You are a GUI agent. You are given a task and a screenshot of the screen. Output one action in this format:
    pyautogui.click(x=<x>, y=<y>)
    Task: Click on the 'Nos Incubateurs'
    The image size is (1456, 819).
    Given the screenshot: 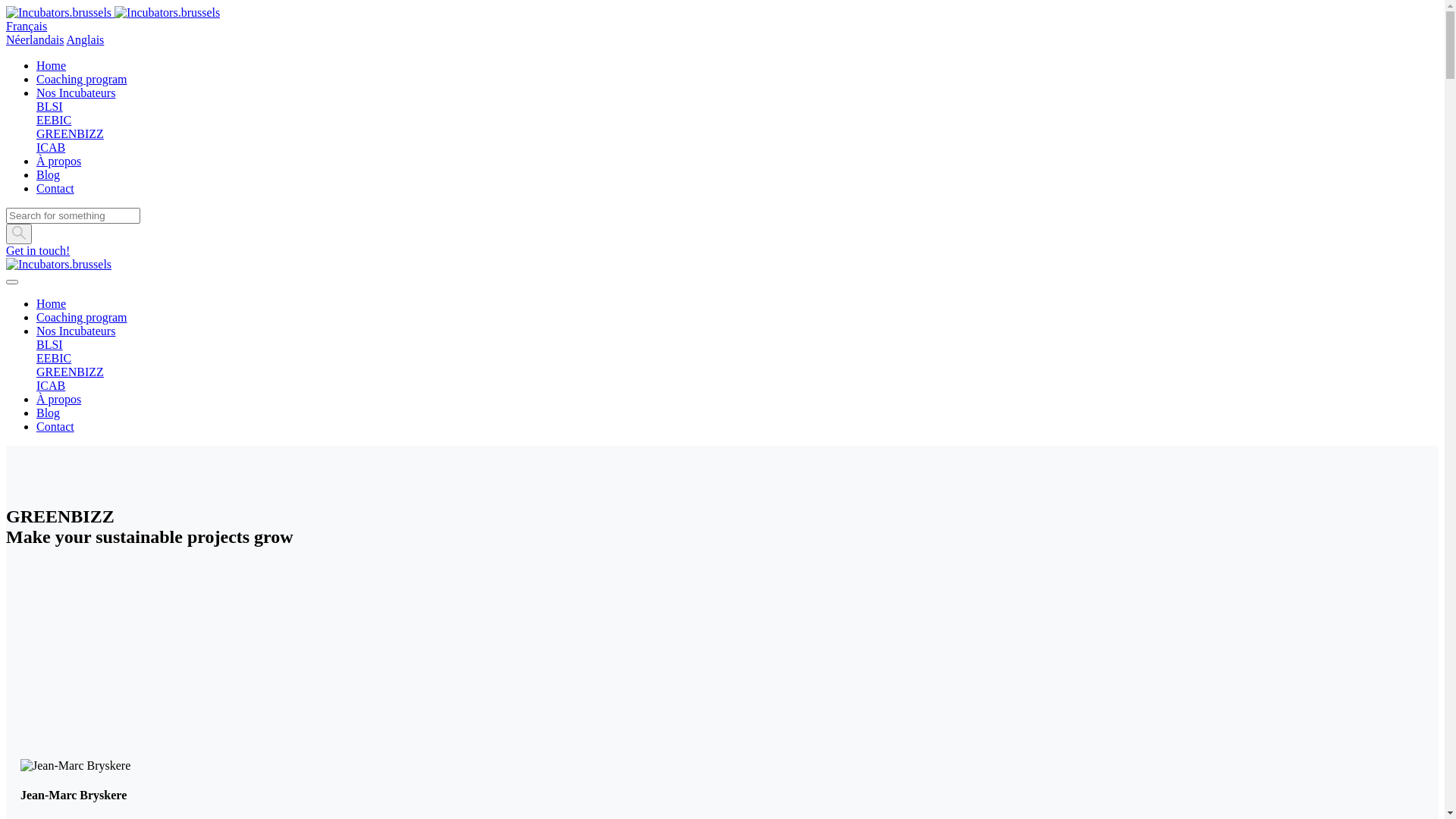 What is the action you would take?
    pyautogui.click(x=75, y=330)
    